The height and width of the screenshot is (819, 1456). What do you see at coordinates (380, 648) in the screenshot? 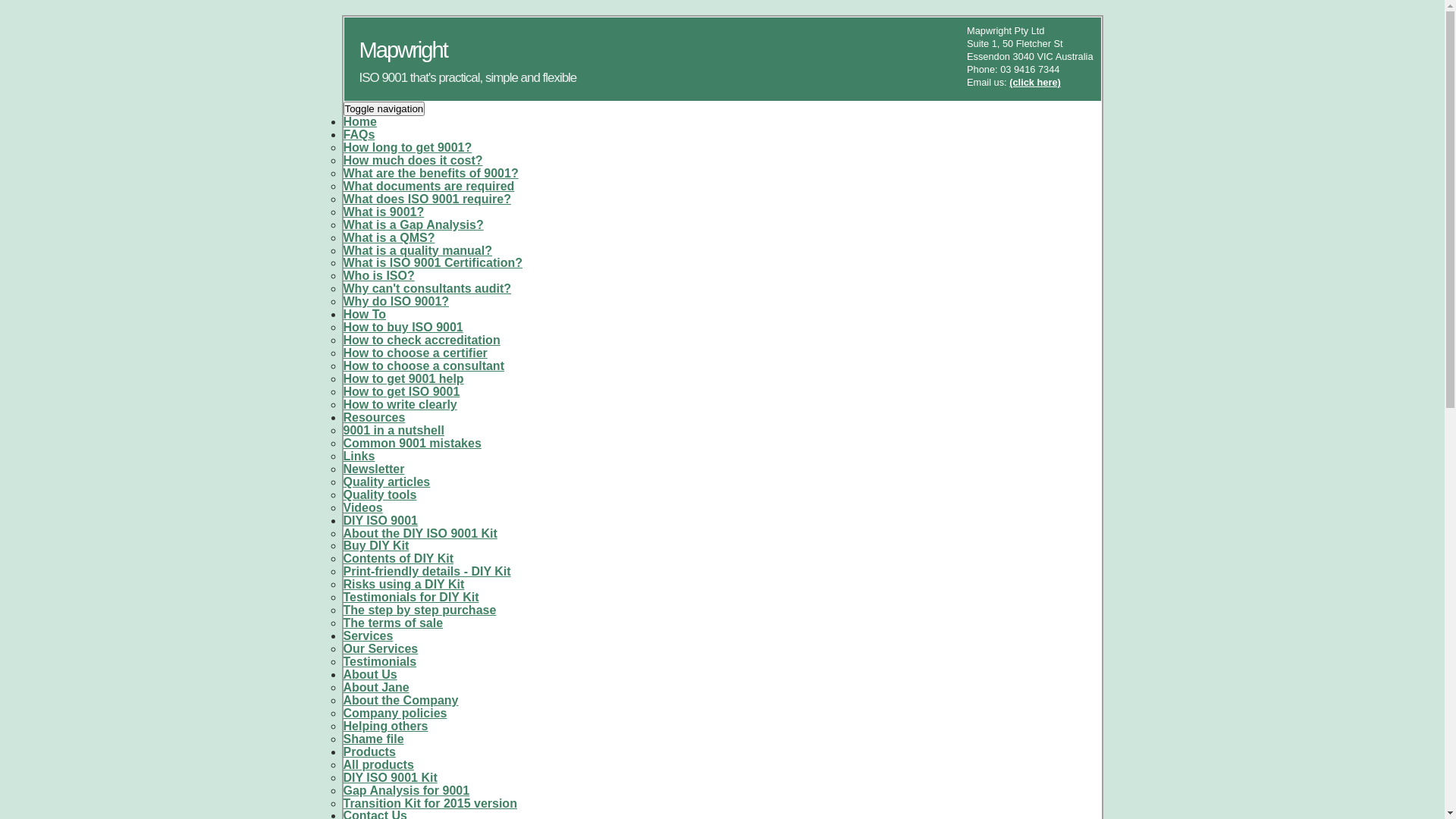
I see `'Our Services'` at bounding box center [380, 648].